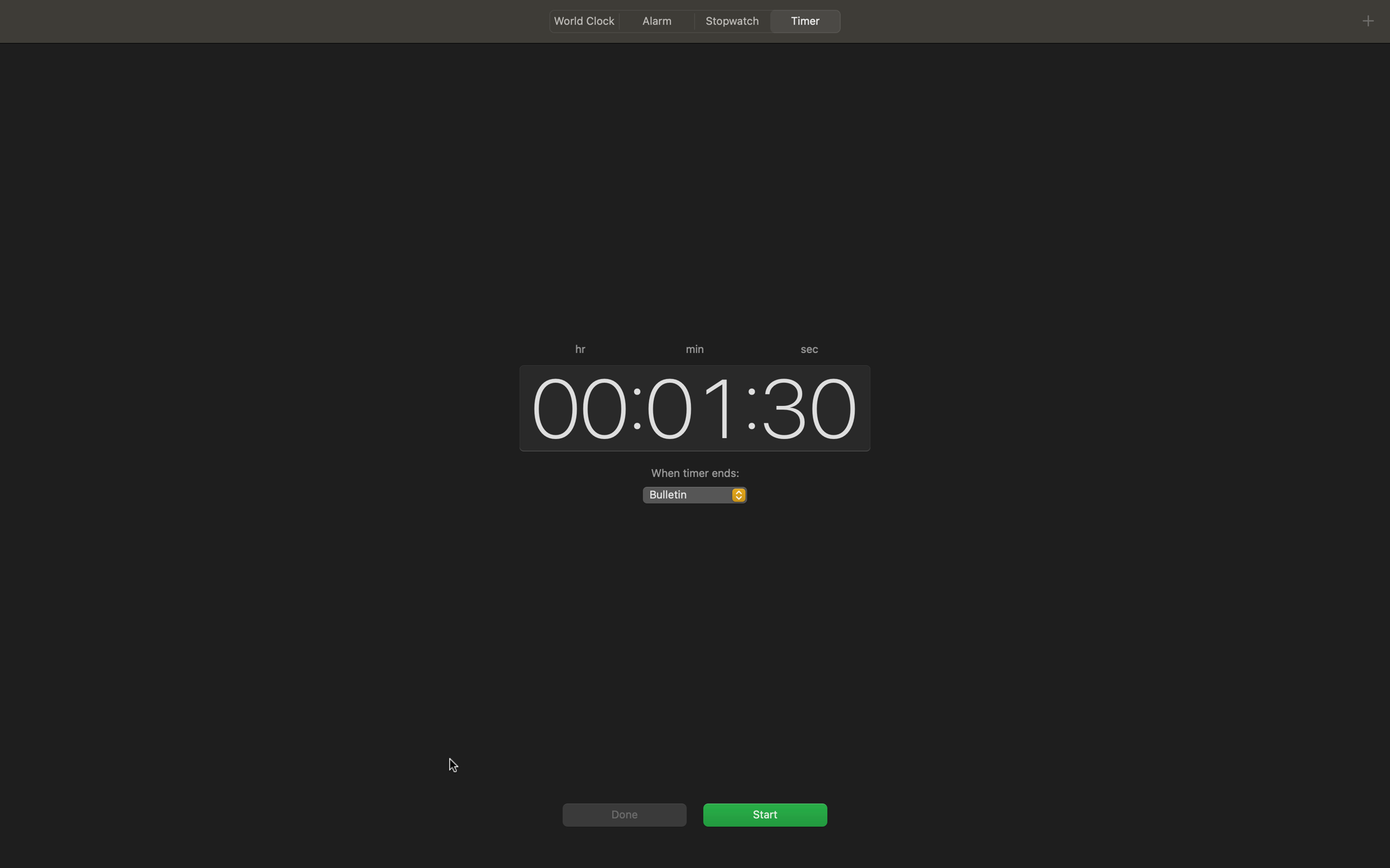 This screenshot has height=868, width=1390. What do you see at coordinates (690, 406) in the screenshot?
I see `the total minutes by a count of 5` at bounding box center [690, 406].